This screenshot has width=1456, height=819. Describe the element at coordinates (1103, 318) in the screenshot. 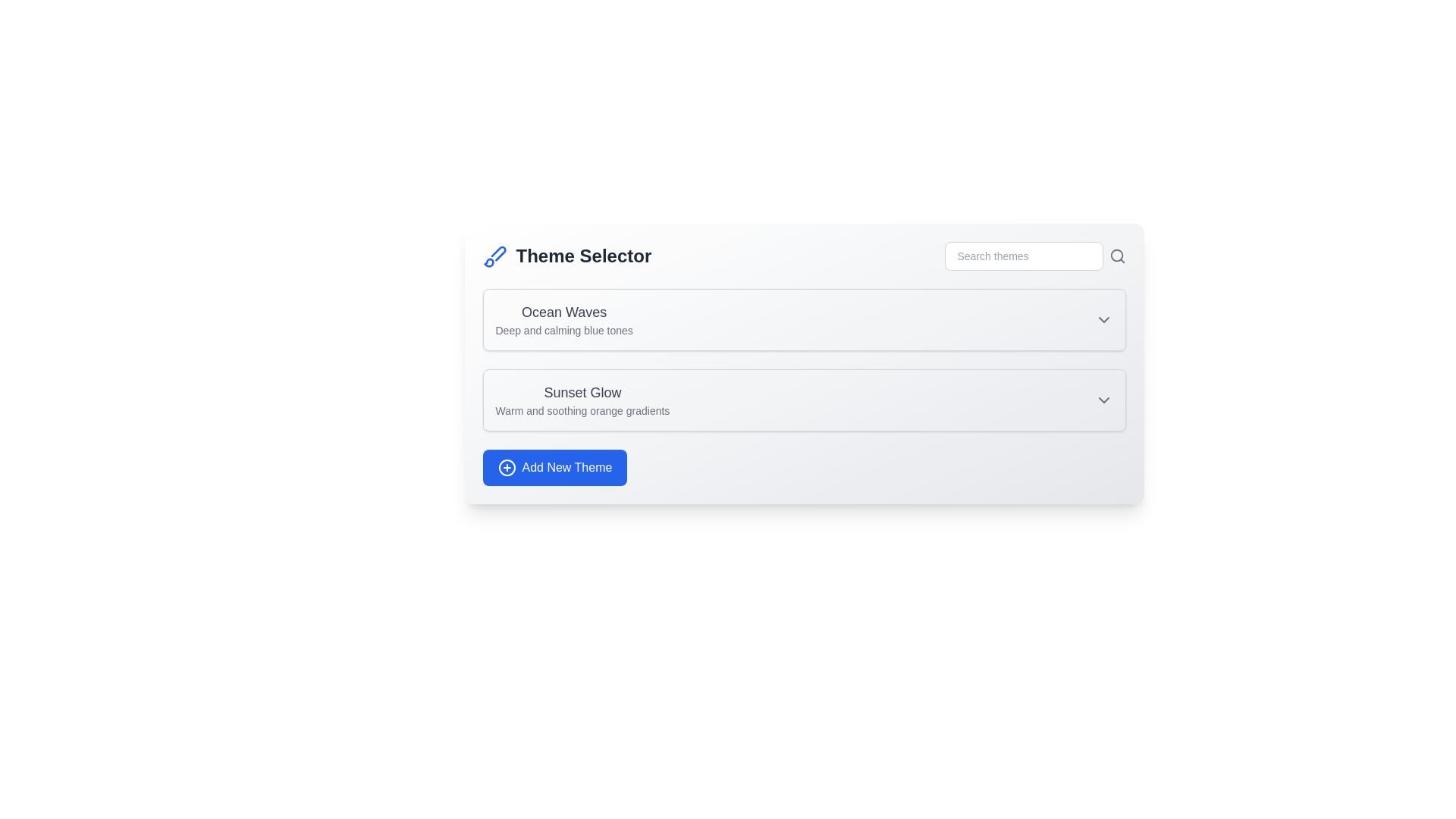

I see `the Dropdown indicator icon located to the right of the 'Ocean Waves' title and description` at that location.